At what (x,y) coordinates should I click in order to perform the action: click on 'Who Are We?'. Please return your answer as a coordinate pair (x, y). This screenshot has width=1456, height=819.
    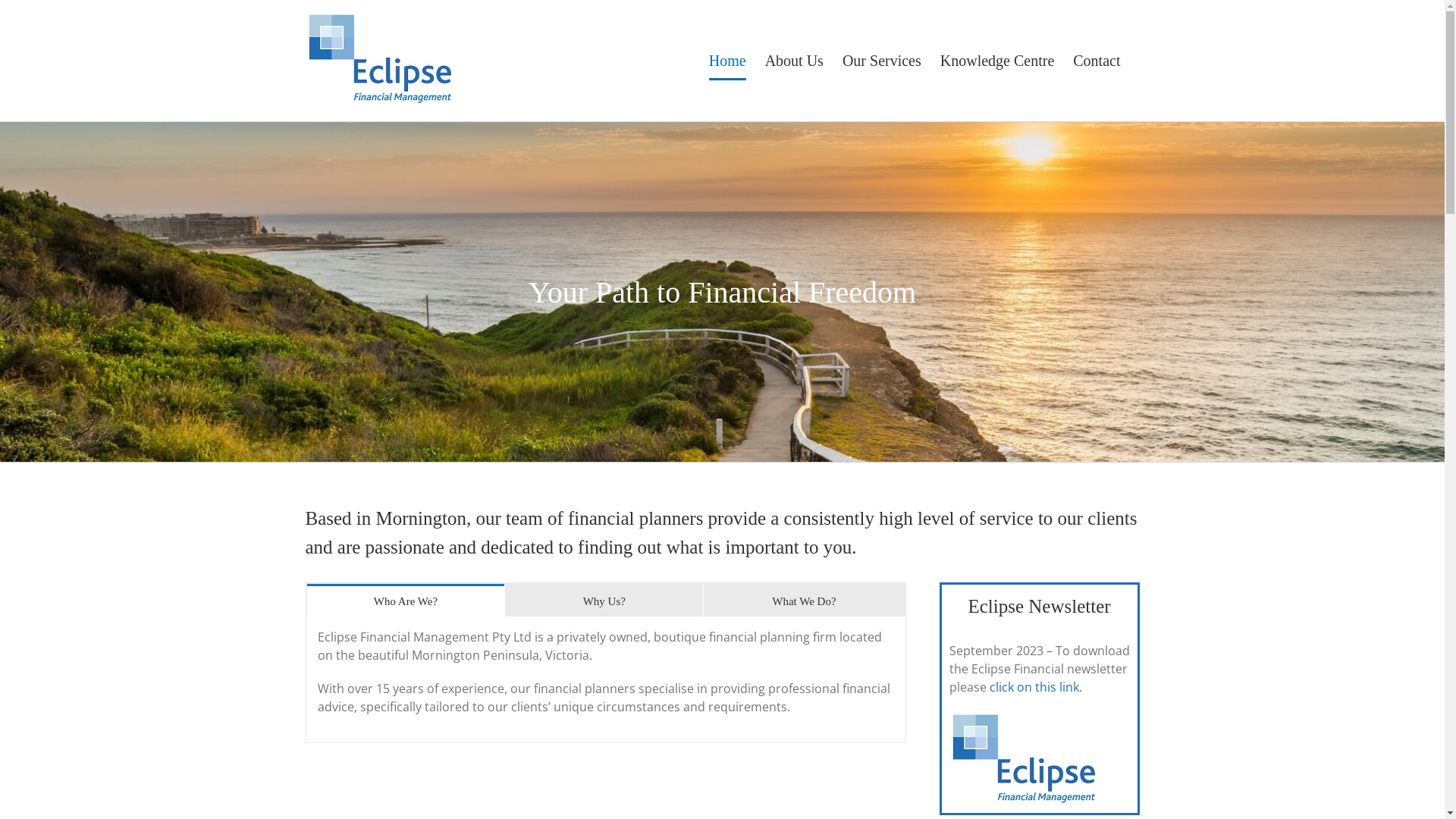
    Looking at the image, I should click on (405, 599).